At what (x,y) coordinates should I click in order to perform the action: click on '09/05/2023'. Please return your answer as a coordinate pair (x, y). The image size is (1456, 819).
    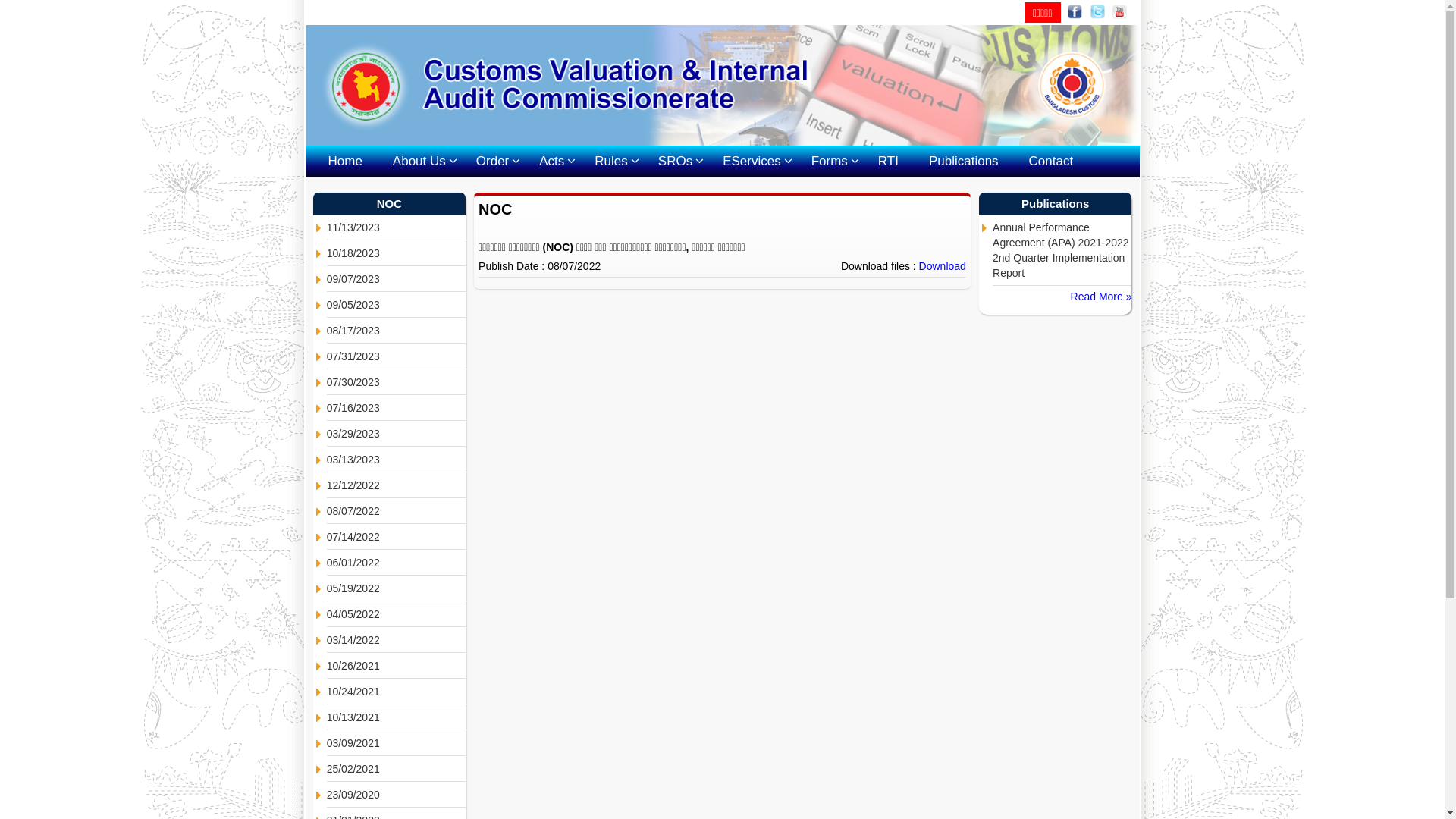
    Looking at the image, I should click on (396, 305).